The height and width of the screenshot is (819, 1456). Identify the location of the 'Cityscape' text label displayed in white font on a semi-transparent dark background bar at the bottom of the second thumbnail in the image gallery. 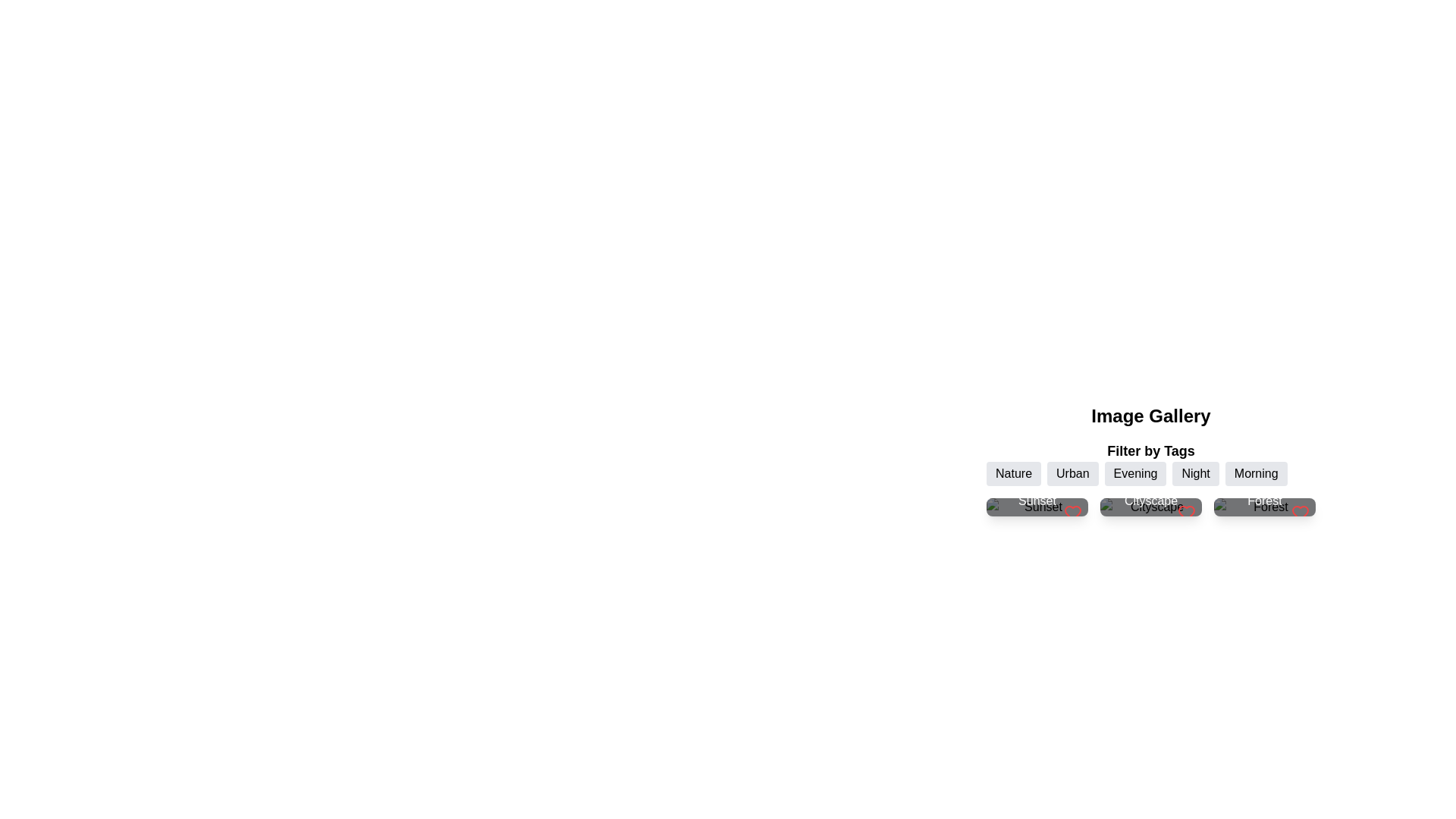
(1150, 500).